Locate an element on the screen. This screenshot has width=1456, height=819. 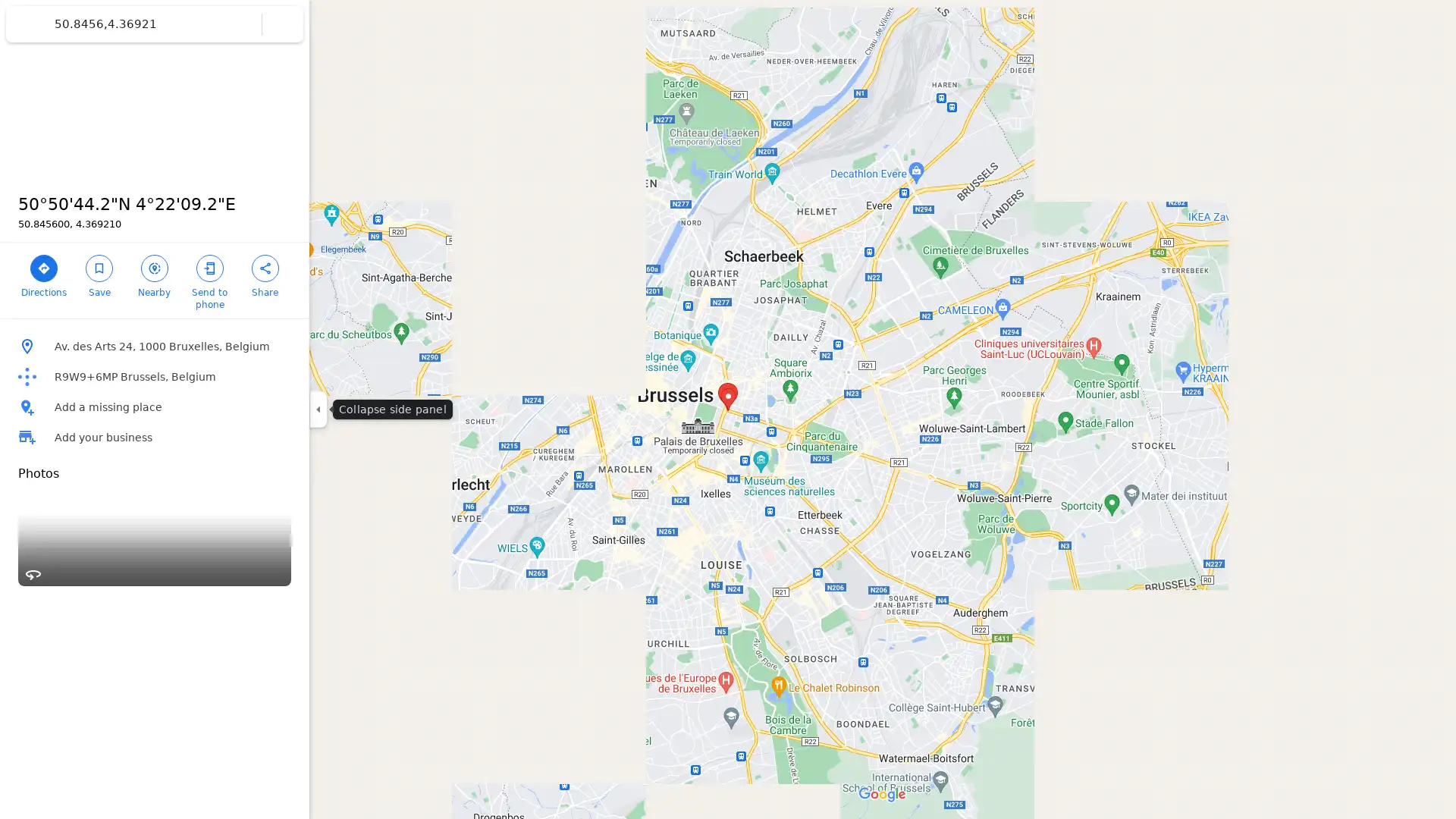
Share 5050'44.2"N 422'09.2"E is located at coordinates (265, 275).